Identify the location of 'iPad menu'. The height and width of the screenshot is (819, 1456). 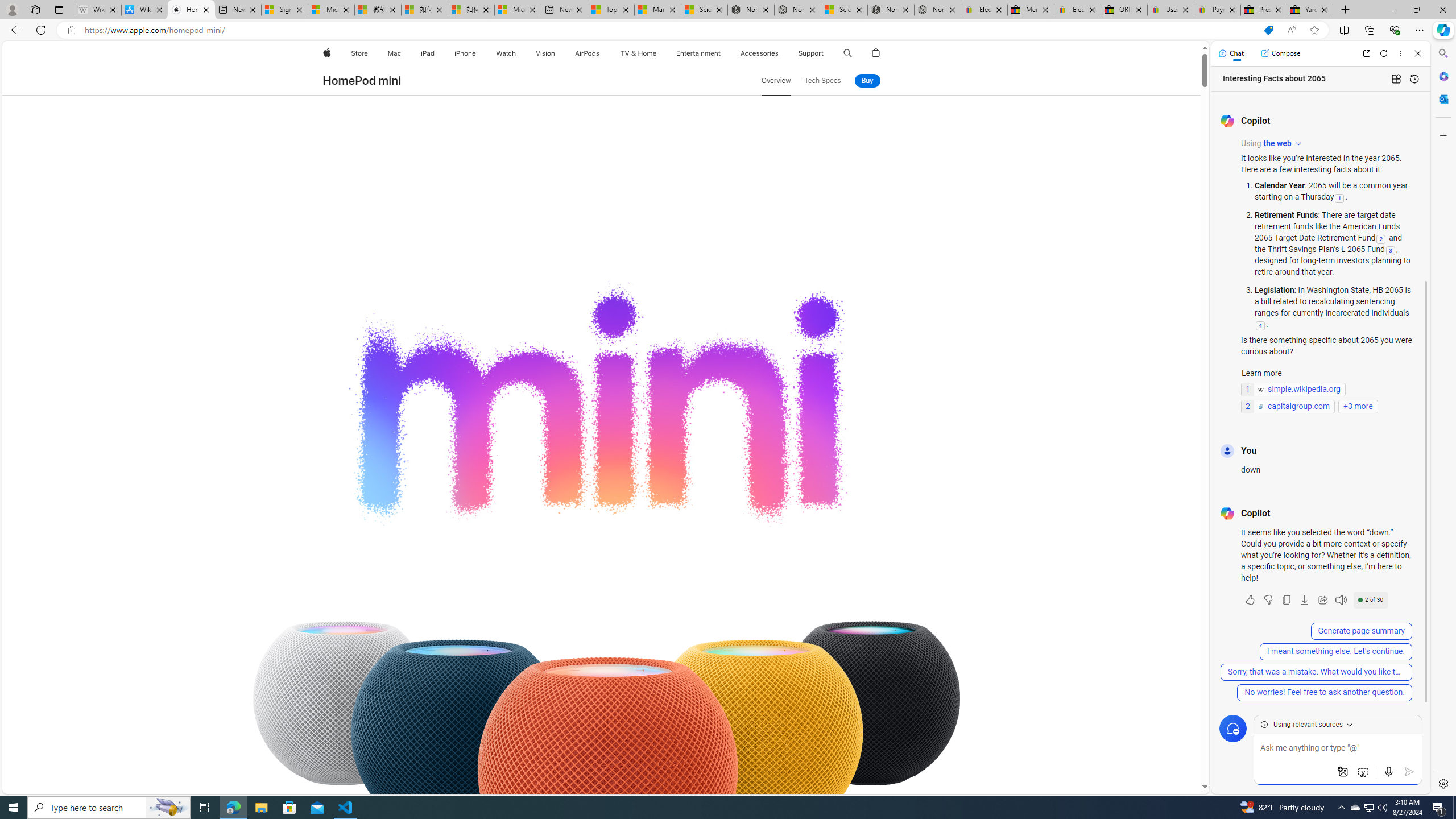
(436, 53).